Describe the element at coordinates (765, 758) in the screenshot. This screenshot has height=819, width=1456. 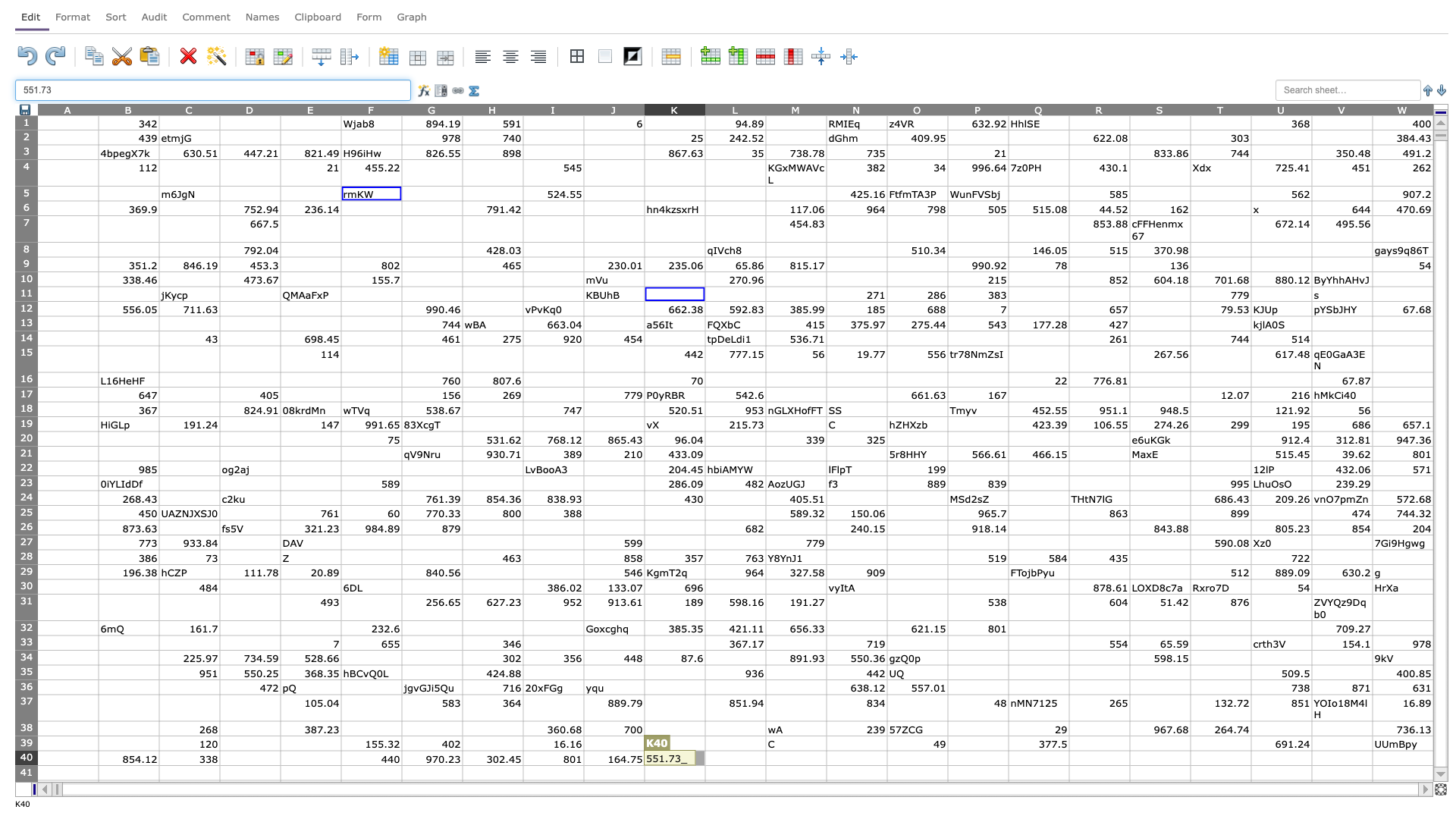
I see `Place cursor on left border of M40` at that location.